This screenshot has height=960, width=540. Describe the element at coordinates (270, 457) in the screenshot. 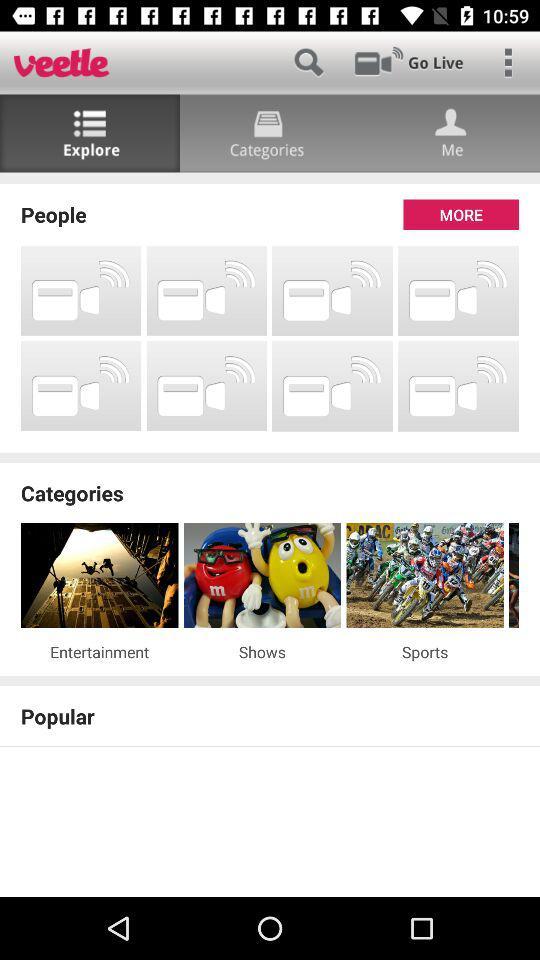

I see `item above the categories` at that location.